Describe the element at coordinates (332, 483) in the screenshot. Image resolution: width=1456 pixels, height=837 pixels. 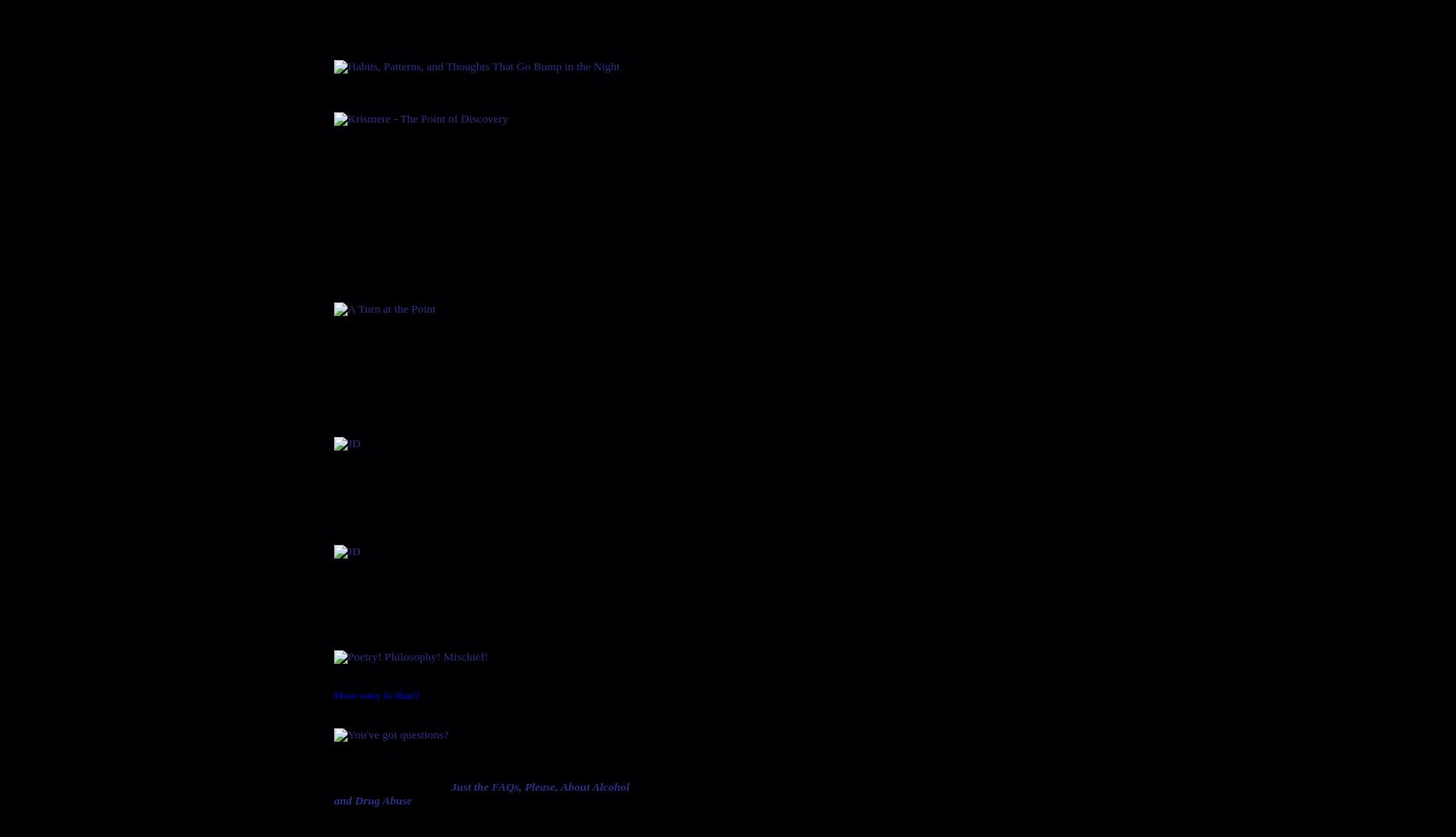
I see `'A two-act comedy about a divorced couple running against each other for Mayor of a small college town in Louisiana. Set on the Whispering Moss plantation, the comedy calls for three women and four men of various ages. The single set is contemporary and the time is the present.'` at that location.